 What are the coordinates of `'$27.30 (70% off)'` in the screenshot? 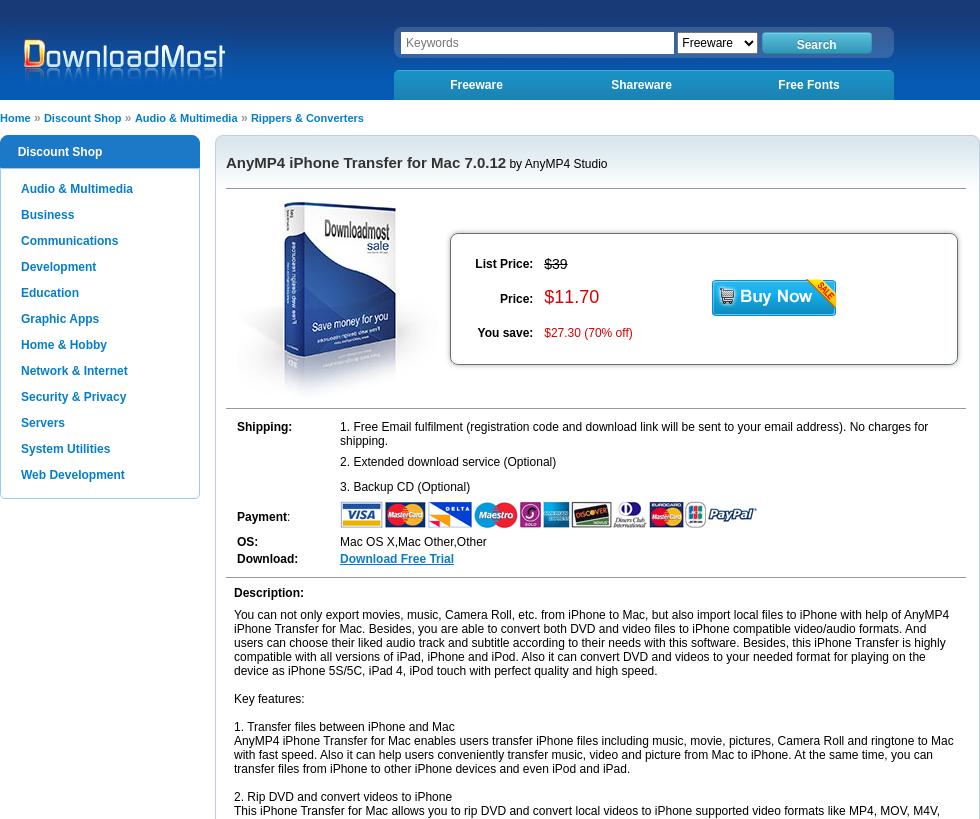 It's located at (588, 332).